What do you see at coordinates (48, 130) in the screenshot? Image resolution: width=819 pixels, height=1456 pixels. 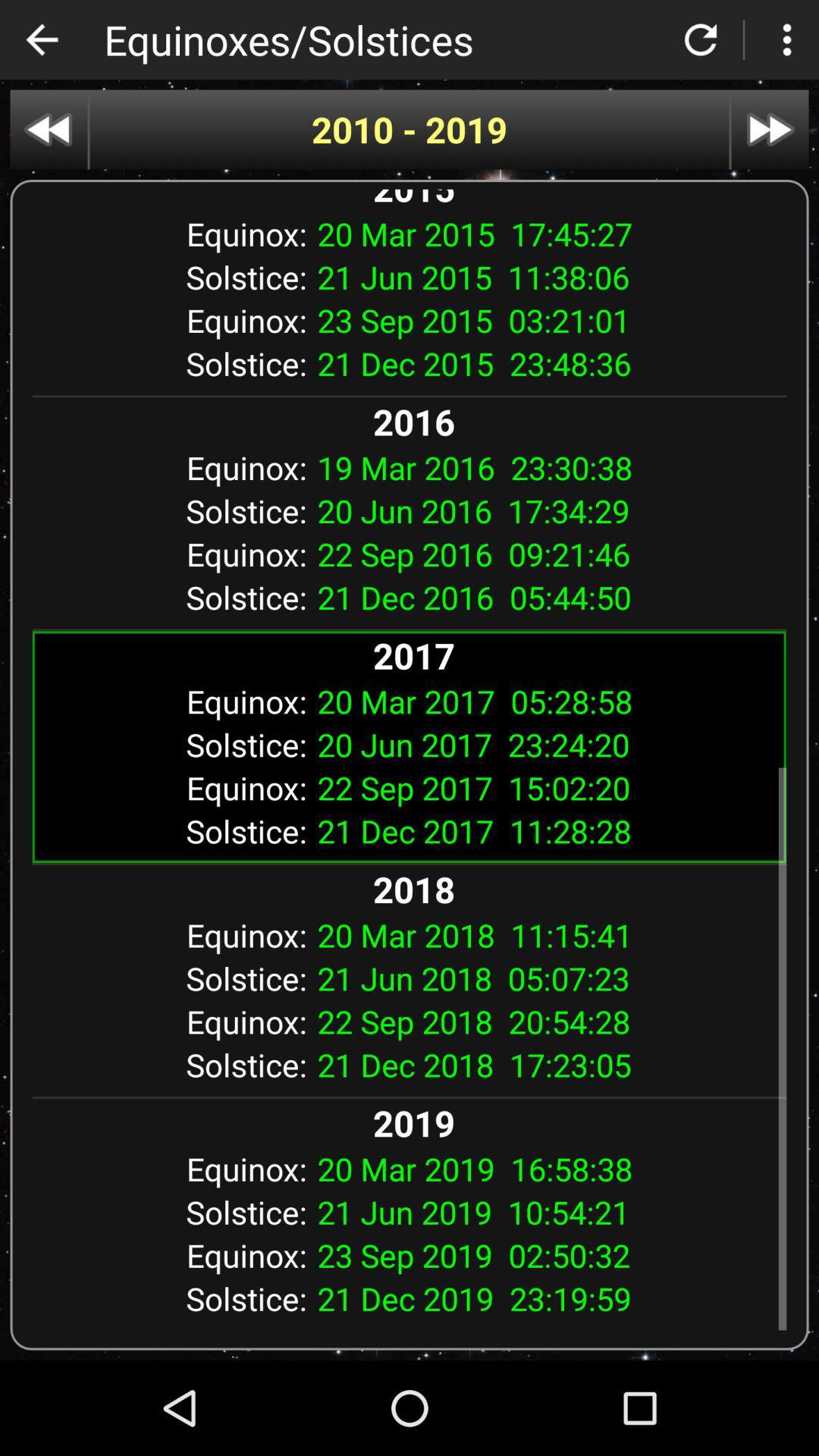 I see `the av_rewind icon` at bounding box center [48, 130].